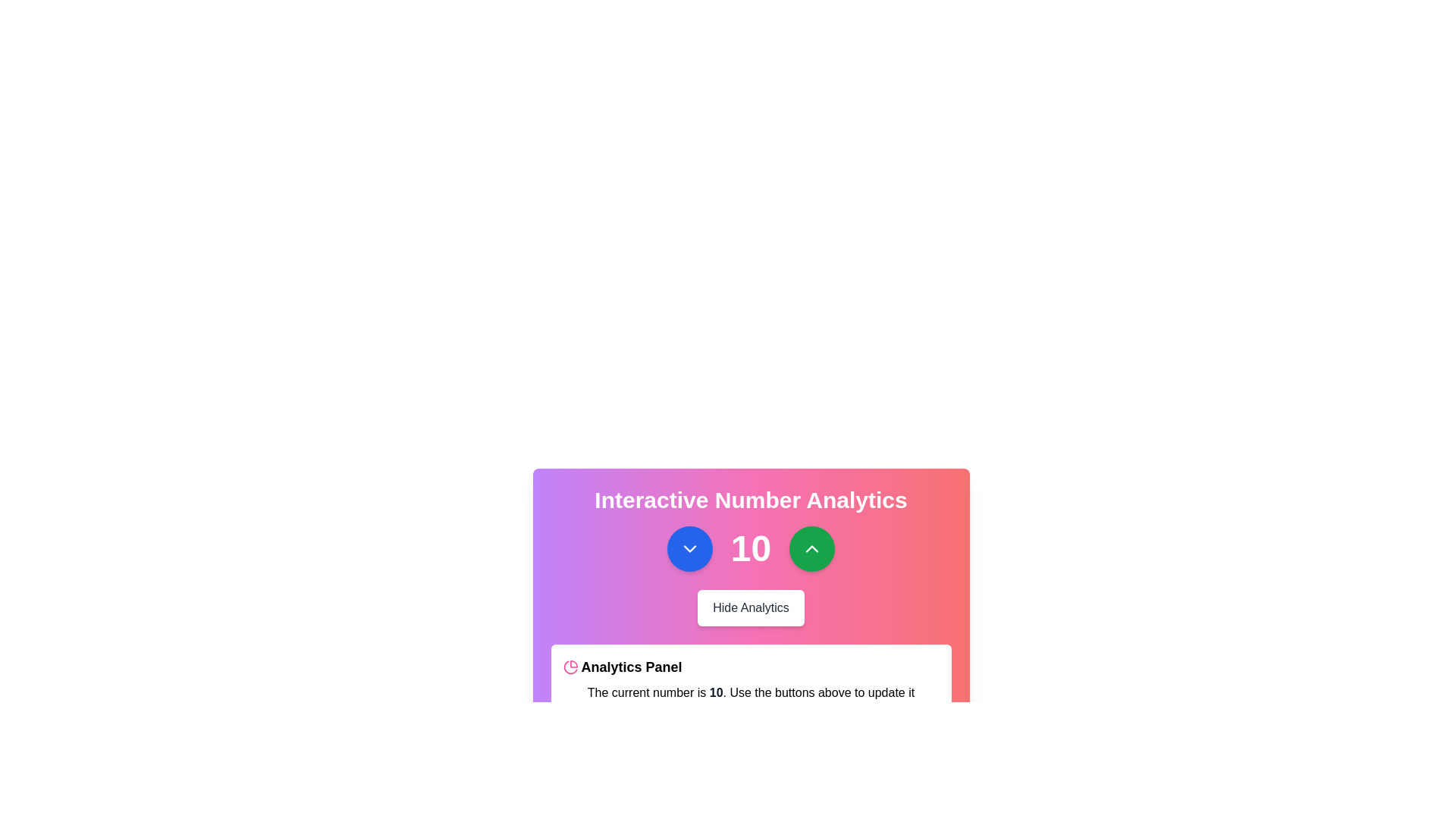  Describe the element at coordinates (751, 701) in the screenshot. I see `the text block element displaying 'The current number is 10. Use the buttons above to update it dynamically.' located in the Analytics Panel` at that location.